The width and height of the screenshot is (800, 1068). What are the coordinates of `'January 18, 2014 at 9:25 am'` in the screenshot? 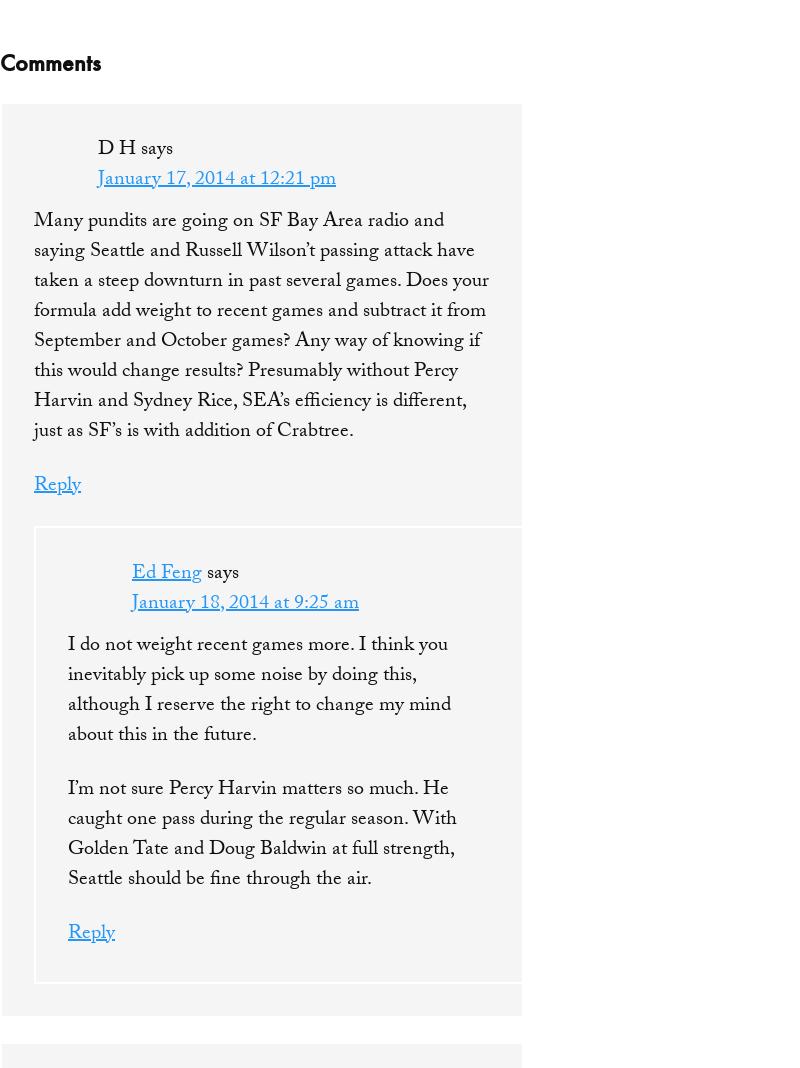 It's located at (244, 602).